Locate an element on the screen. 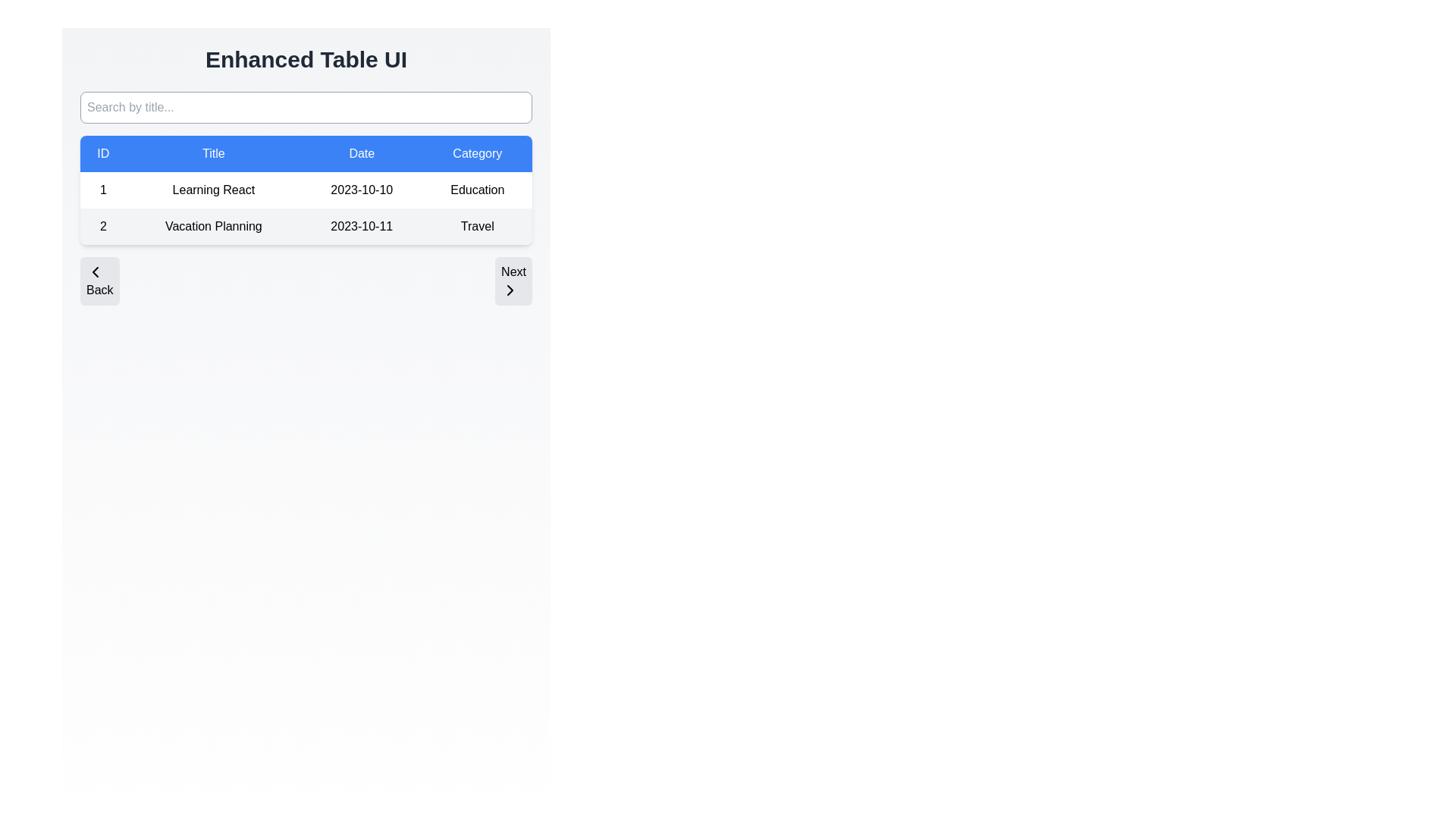 This screenshot has height=819, width=1456. the small arrow-shaped navigation icon within the 'Next' button located in the bottom-right section of the interface is located at coordinates (510, 290).